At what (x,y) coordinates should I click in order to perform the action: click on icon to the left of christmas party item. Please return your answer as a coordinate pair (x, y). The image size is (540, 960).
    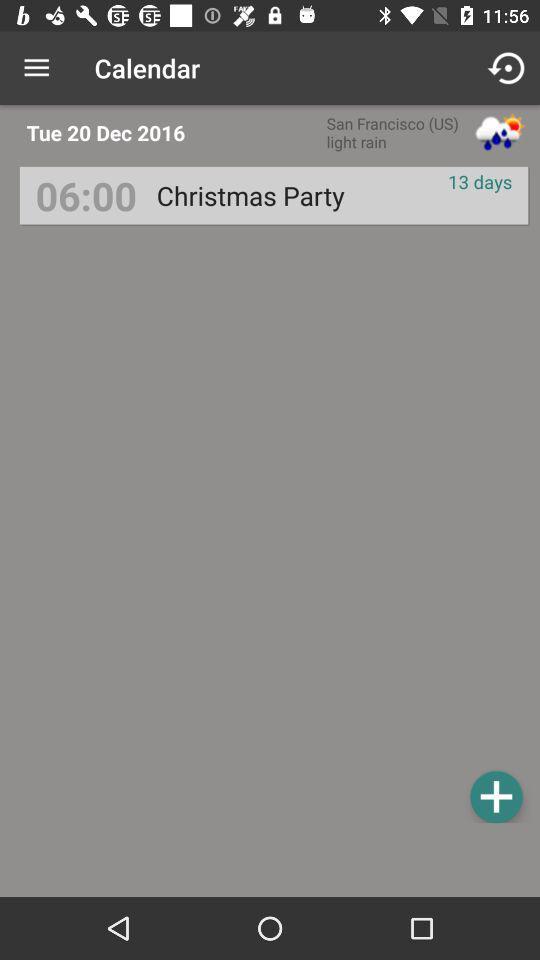
    Looking at the image, I should click on (85, 195).